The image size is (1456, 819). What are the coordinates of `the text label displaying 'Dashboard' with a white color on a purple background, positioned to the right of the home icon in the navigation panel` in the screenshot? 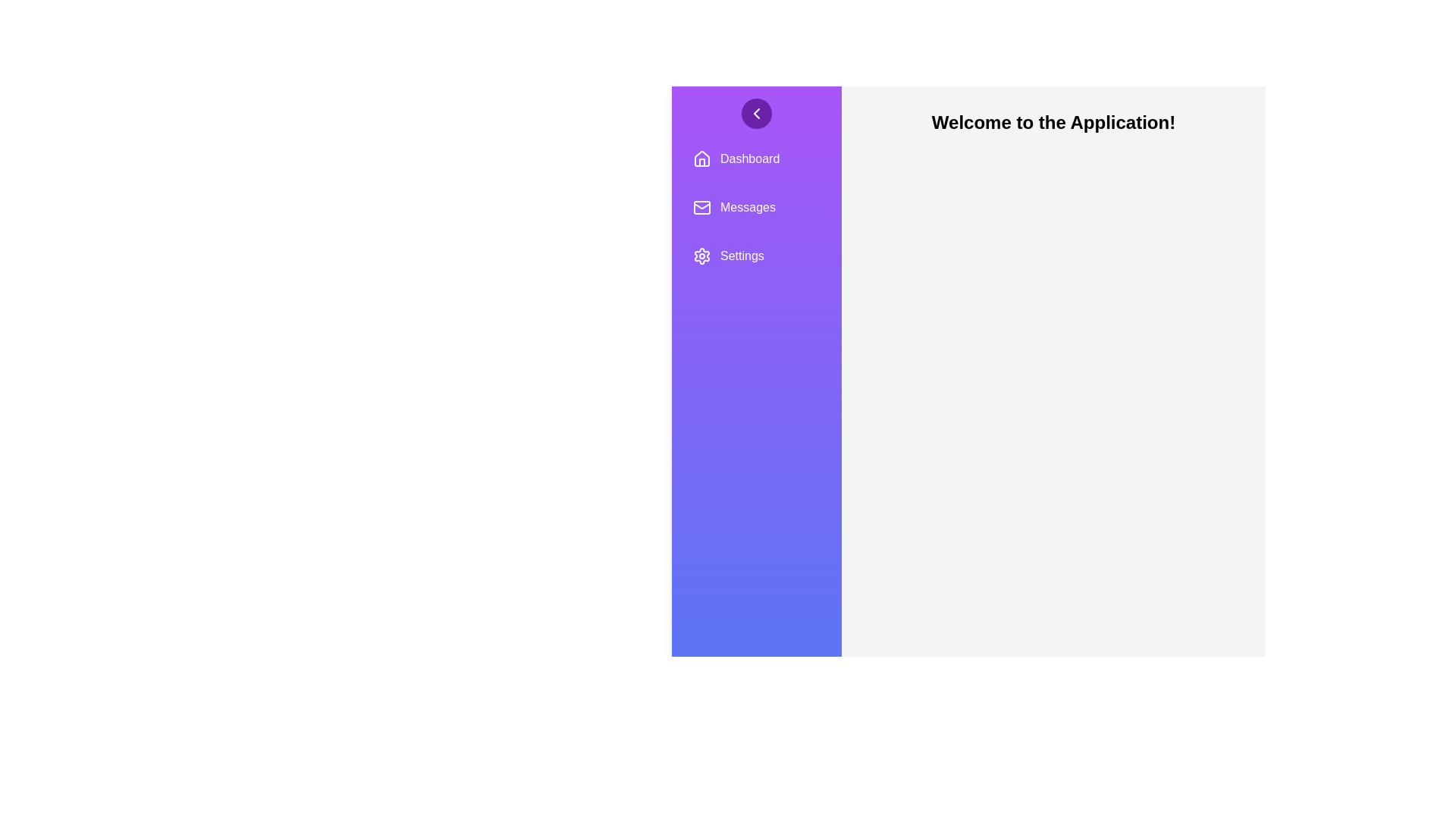 It's located at (750, 158).